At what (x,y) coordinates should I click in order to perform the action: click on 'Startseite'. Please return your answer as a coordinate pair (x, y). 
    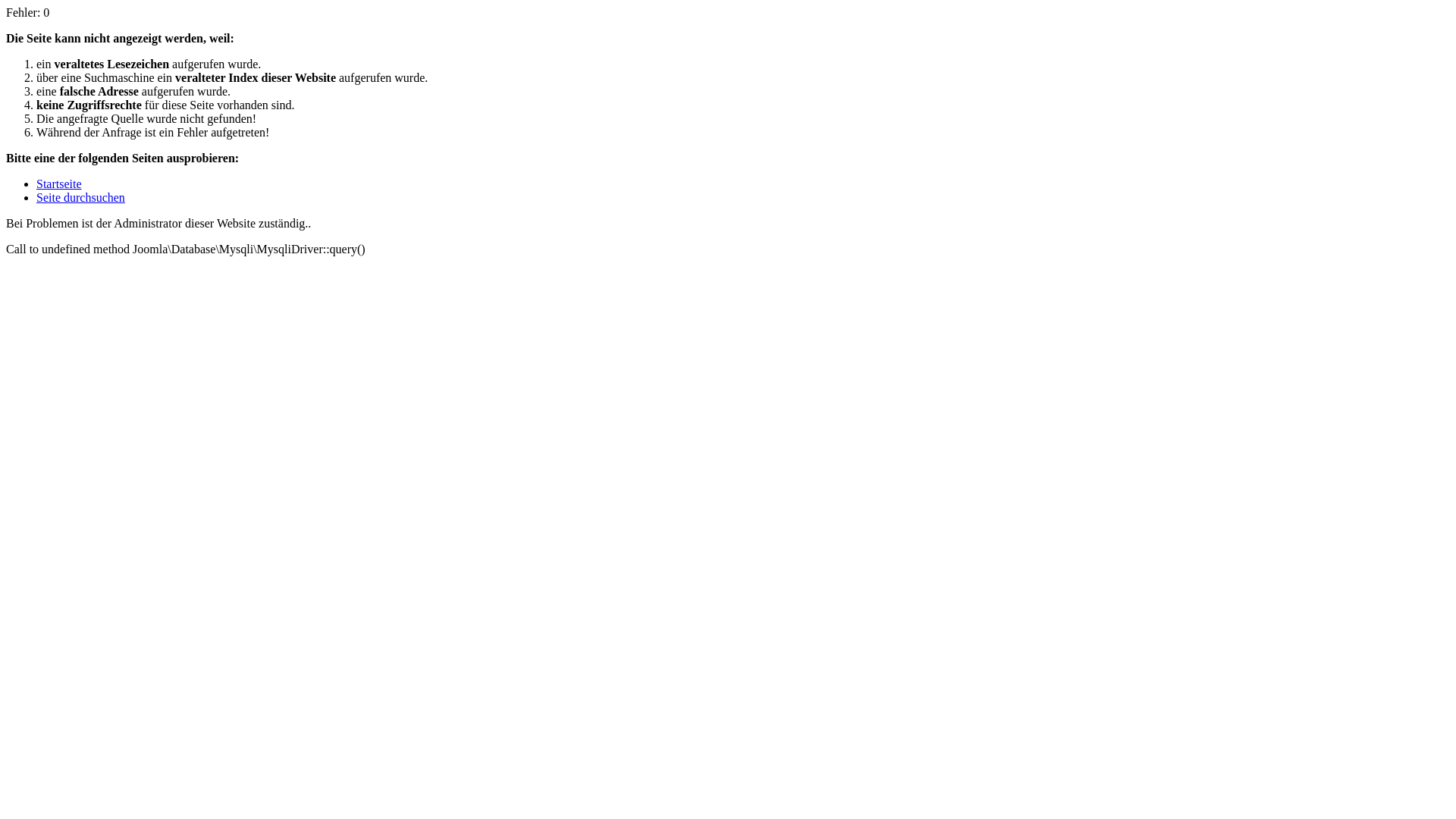
    Looking at the image, I should click on (58, 183).